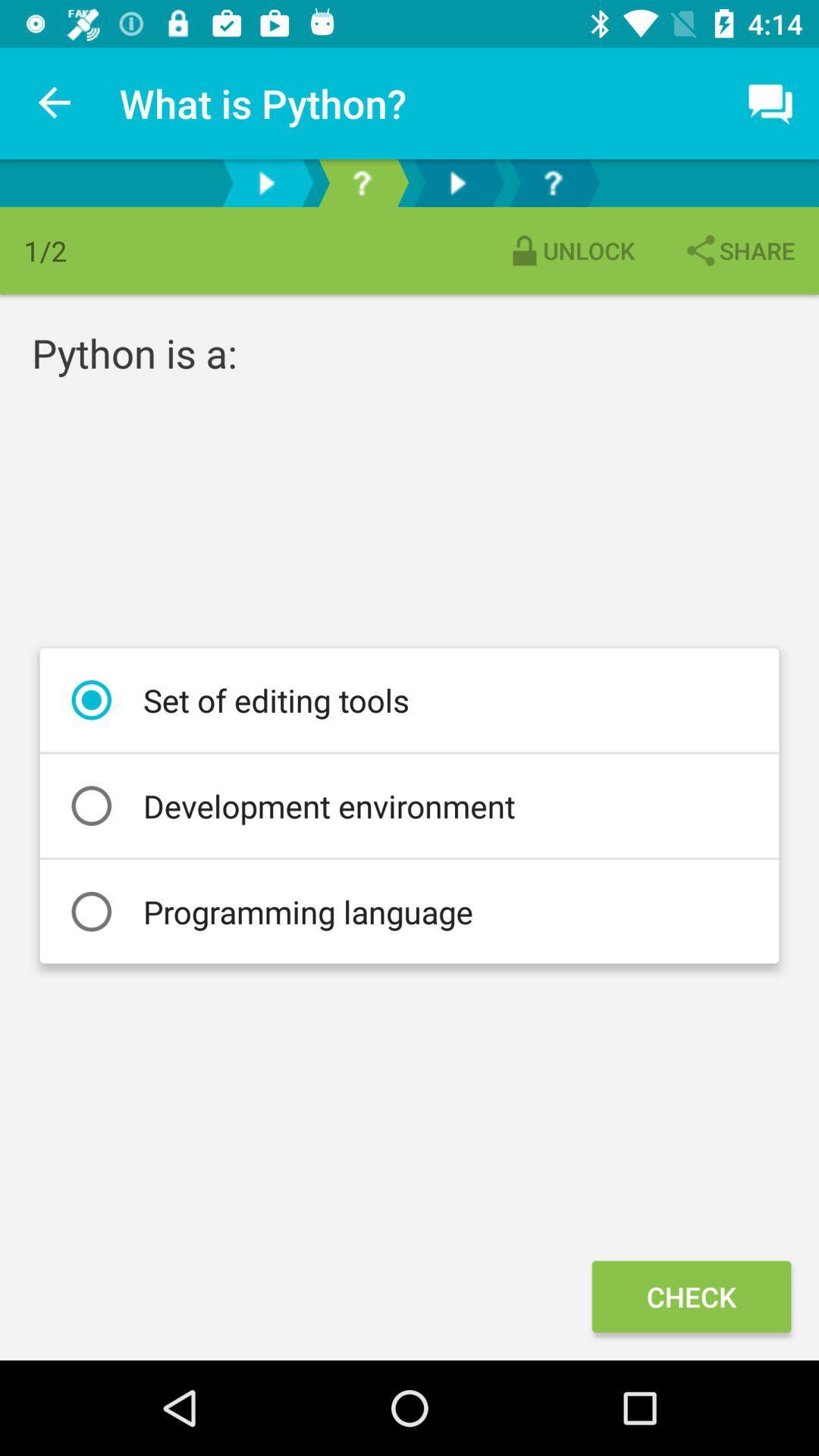 This screenshot has height=1456, width=819. What do you see at coordinates (553, 182) in the screenshot?
I see `the help icon` at bounding box center [553, 182].